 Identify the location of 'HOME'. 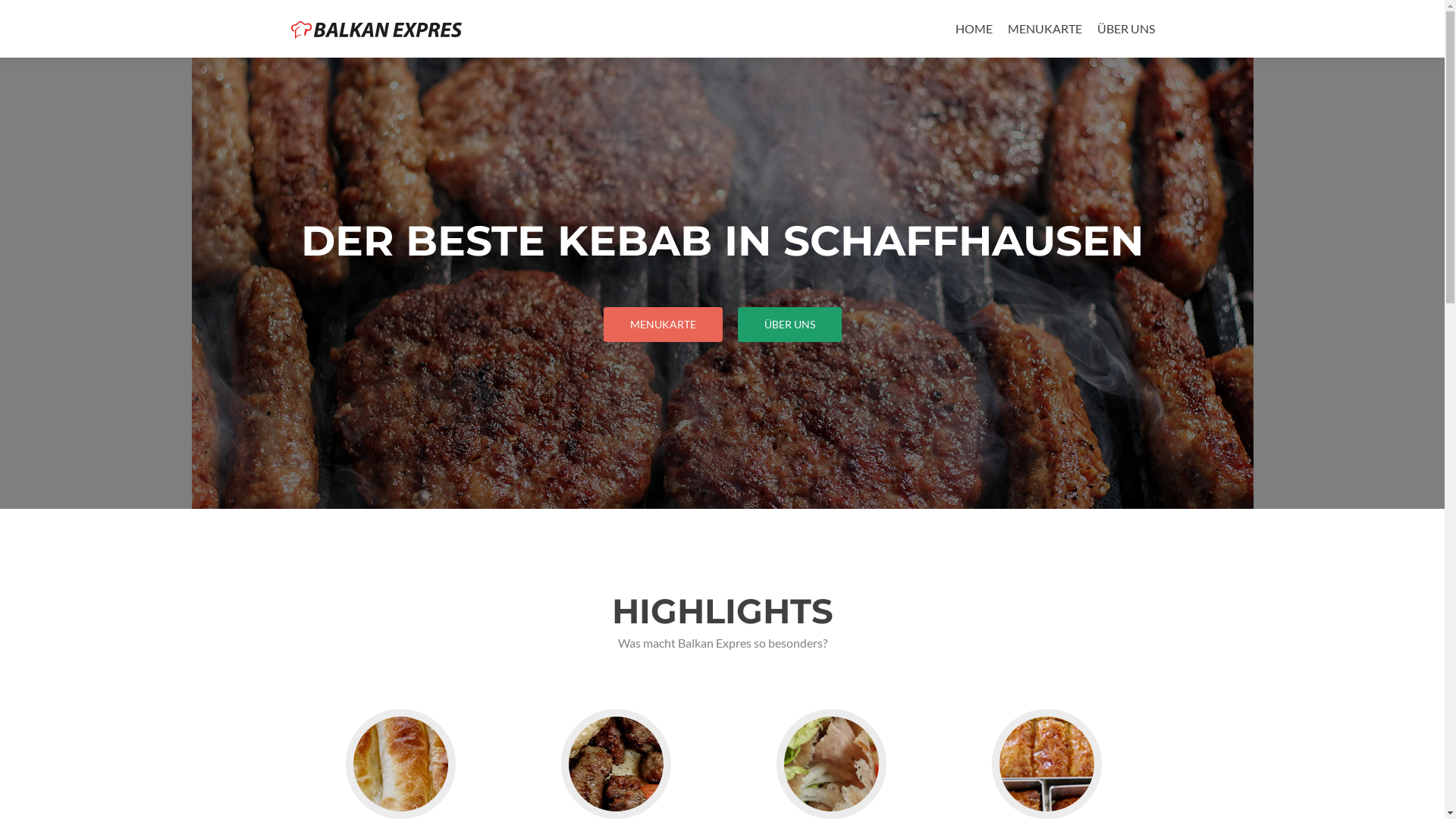
(974, 28).